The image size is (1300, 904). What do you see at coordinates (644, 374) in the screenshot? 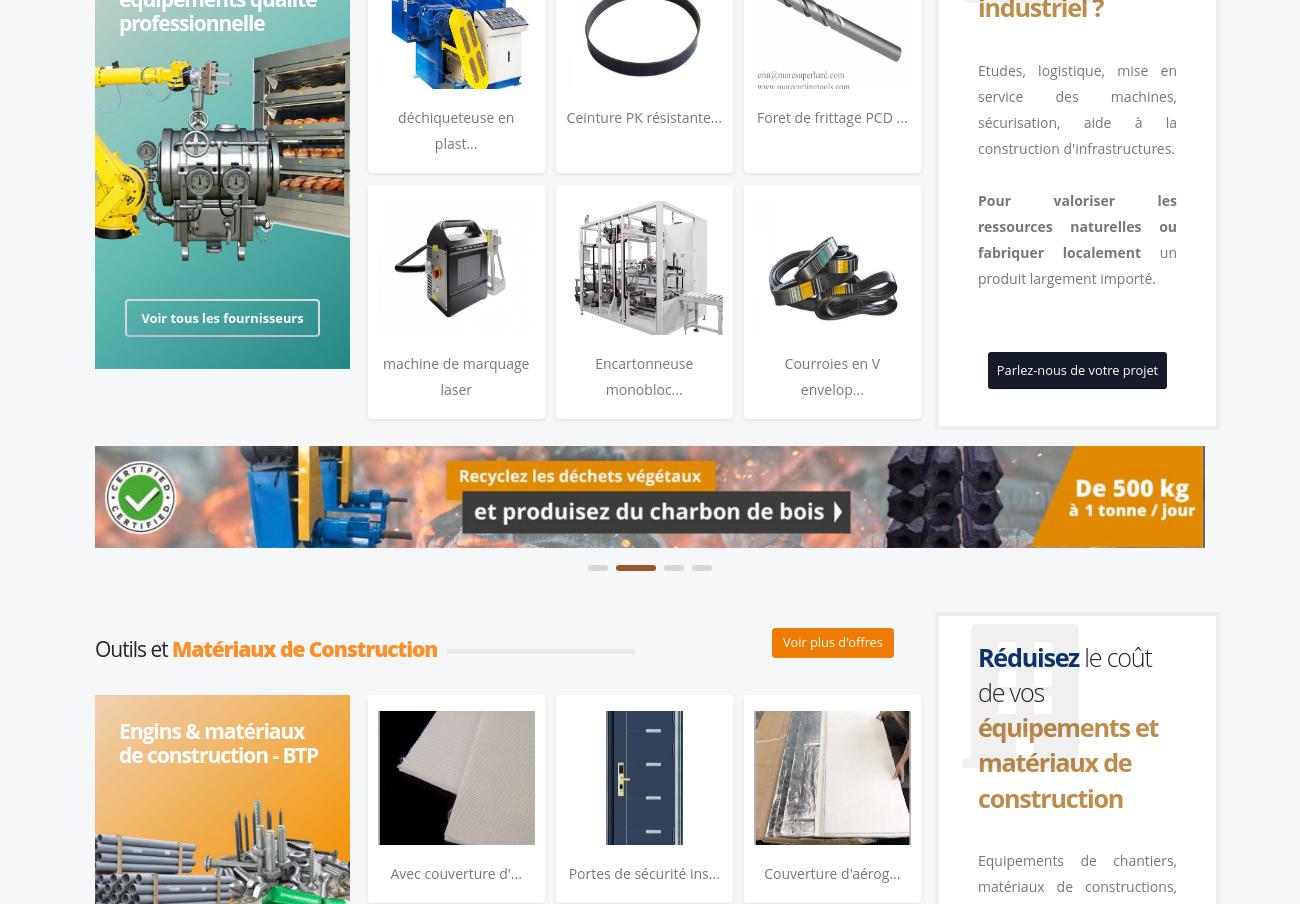
I see `'Encartonneuse monobloc...'` at bounding box center [644, 374].